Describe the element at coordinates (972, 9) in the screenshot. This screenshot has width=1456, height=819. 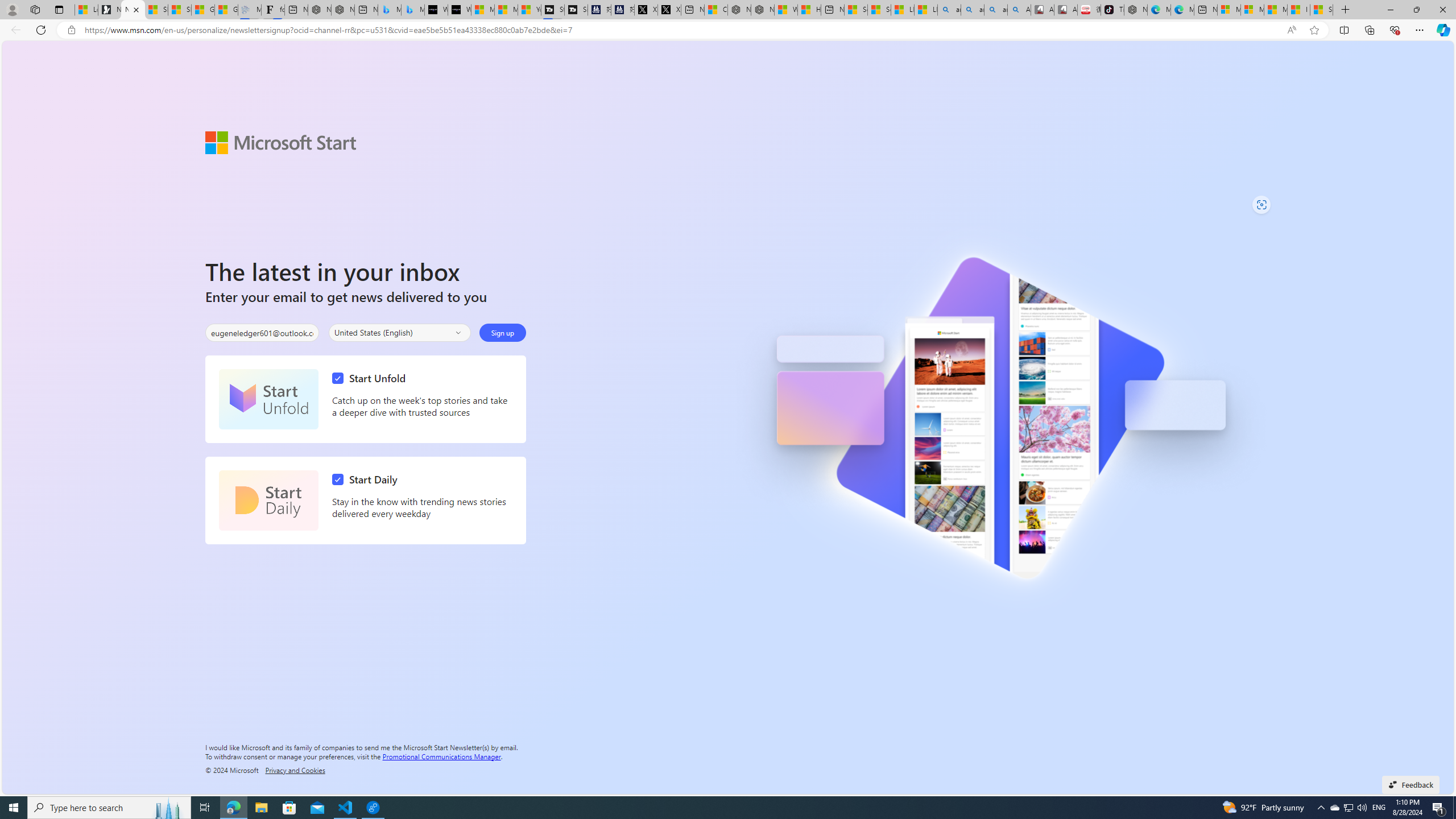
I see `'amazon - Search'` at that location.